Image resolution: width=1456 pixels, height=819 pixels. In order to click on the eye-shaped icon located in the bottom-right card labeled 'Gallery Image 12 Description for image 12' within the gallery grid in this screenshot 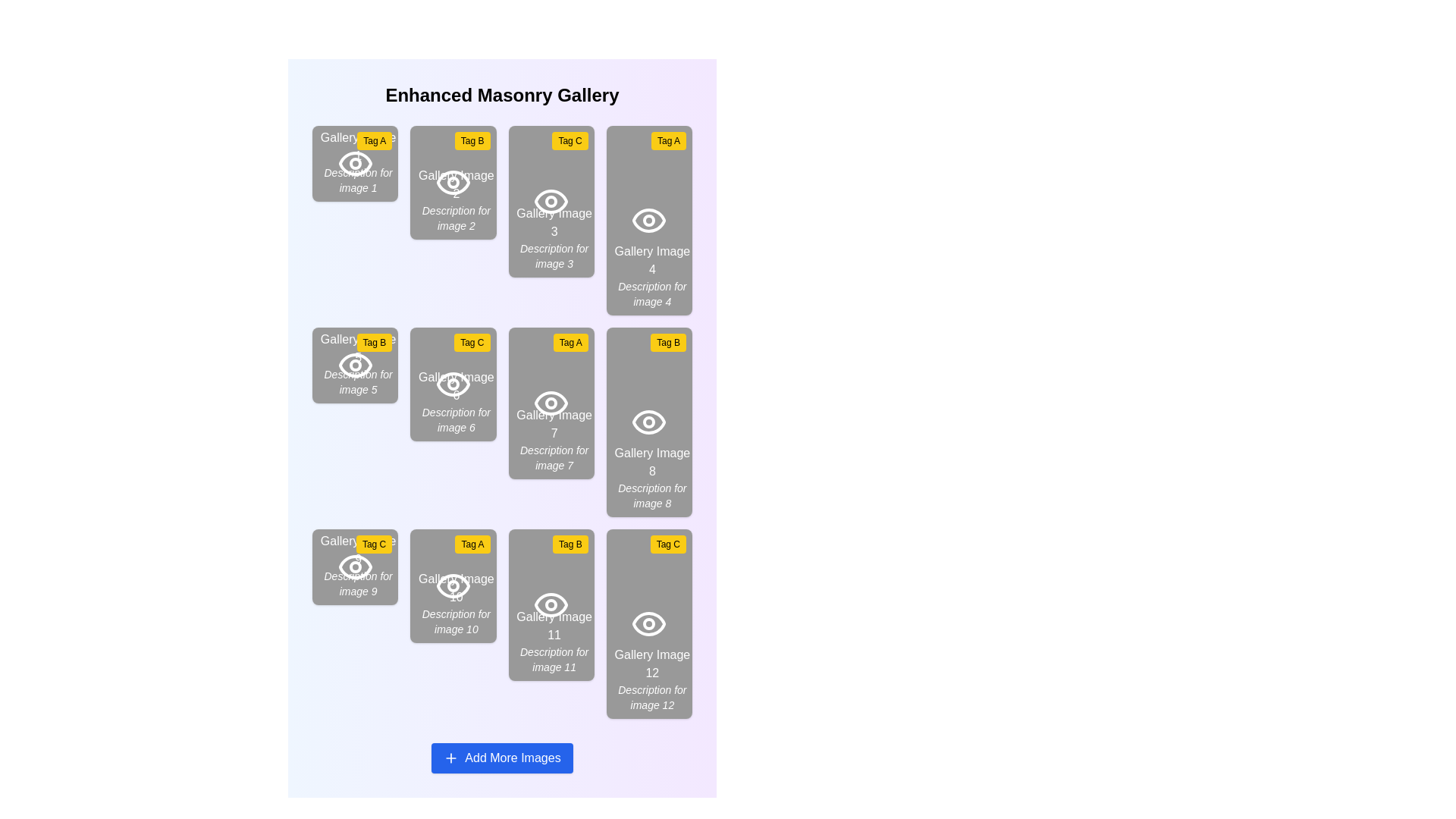, I will do `click(649, 623)`.